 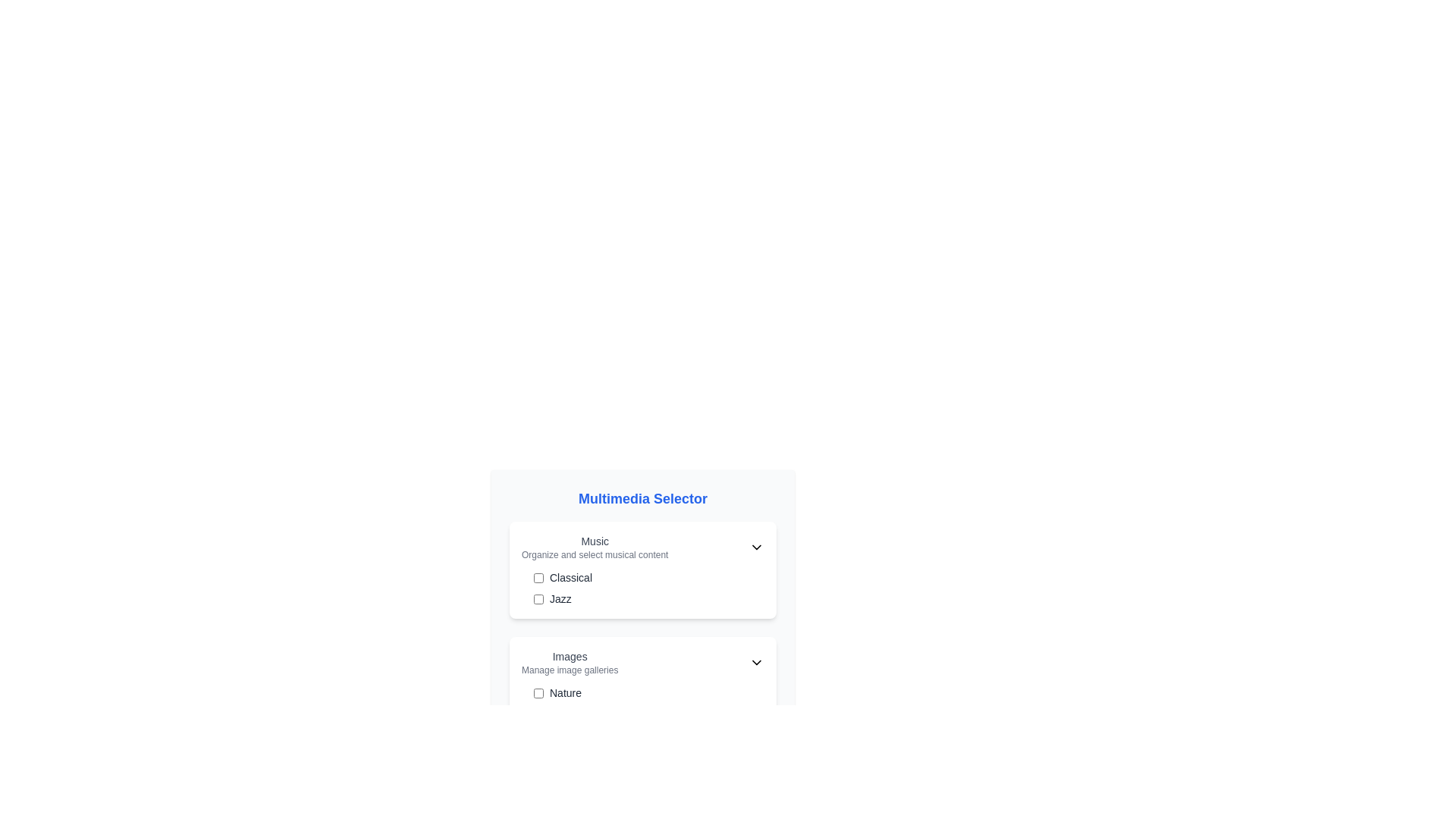 What do you see at coordinates (569, 669) in the screenshot?
I see `the static text label displaying 'Manage image galleries', which is styled in small gray font and located below the 'Images' label` at bounding box center [569, 669].